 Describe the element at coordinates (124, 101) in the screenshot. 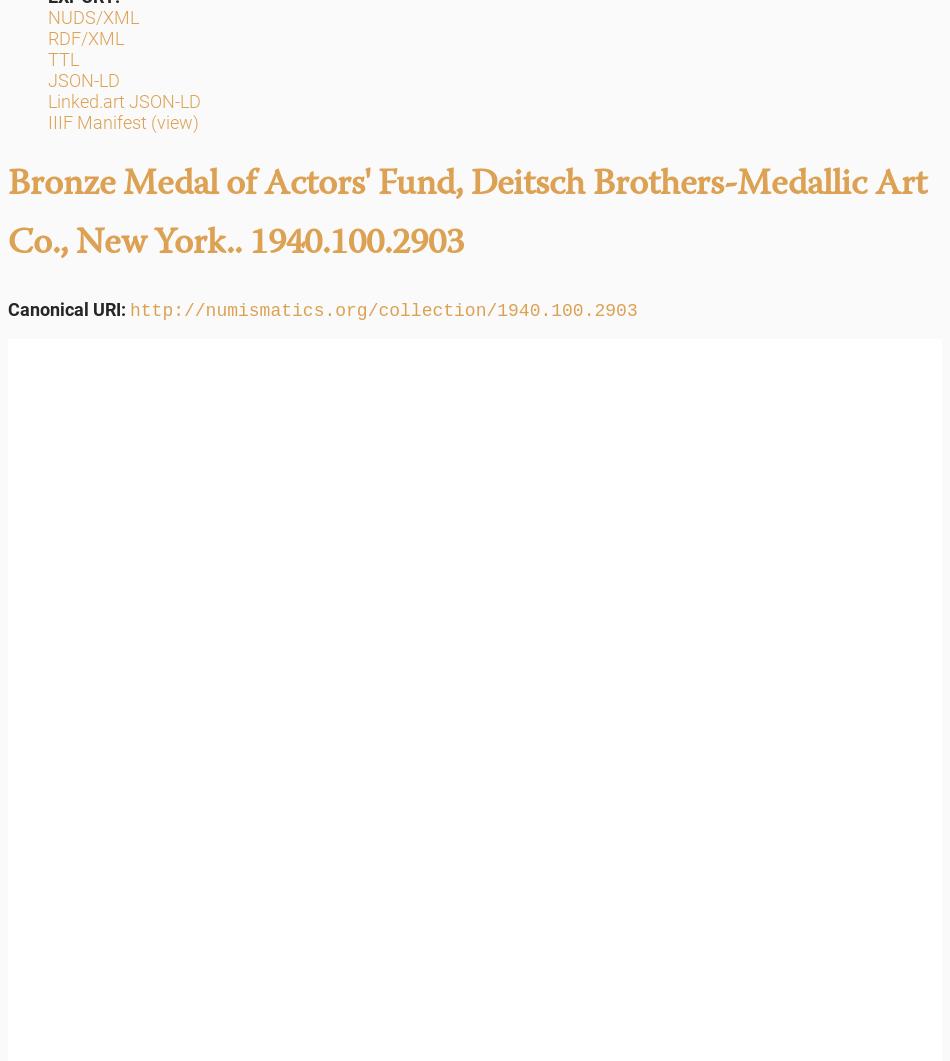

I see `'Linked.art JSON-LD'` at that location.